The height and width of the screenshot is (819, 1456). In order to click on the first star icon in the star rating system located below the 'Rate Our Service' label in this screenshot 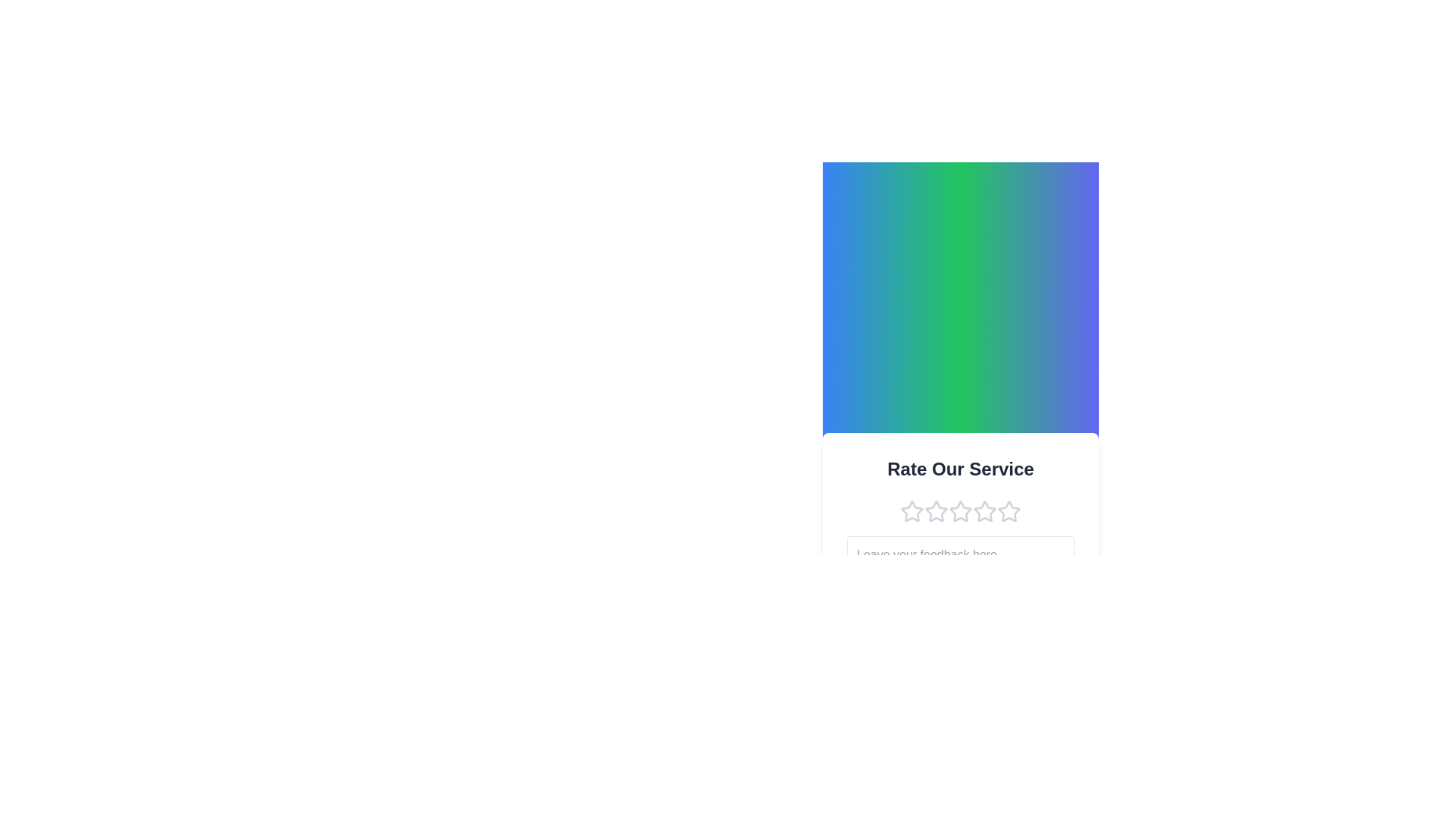, I will do `click(912, 511)`.